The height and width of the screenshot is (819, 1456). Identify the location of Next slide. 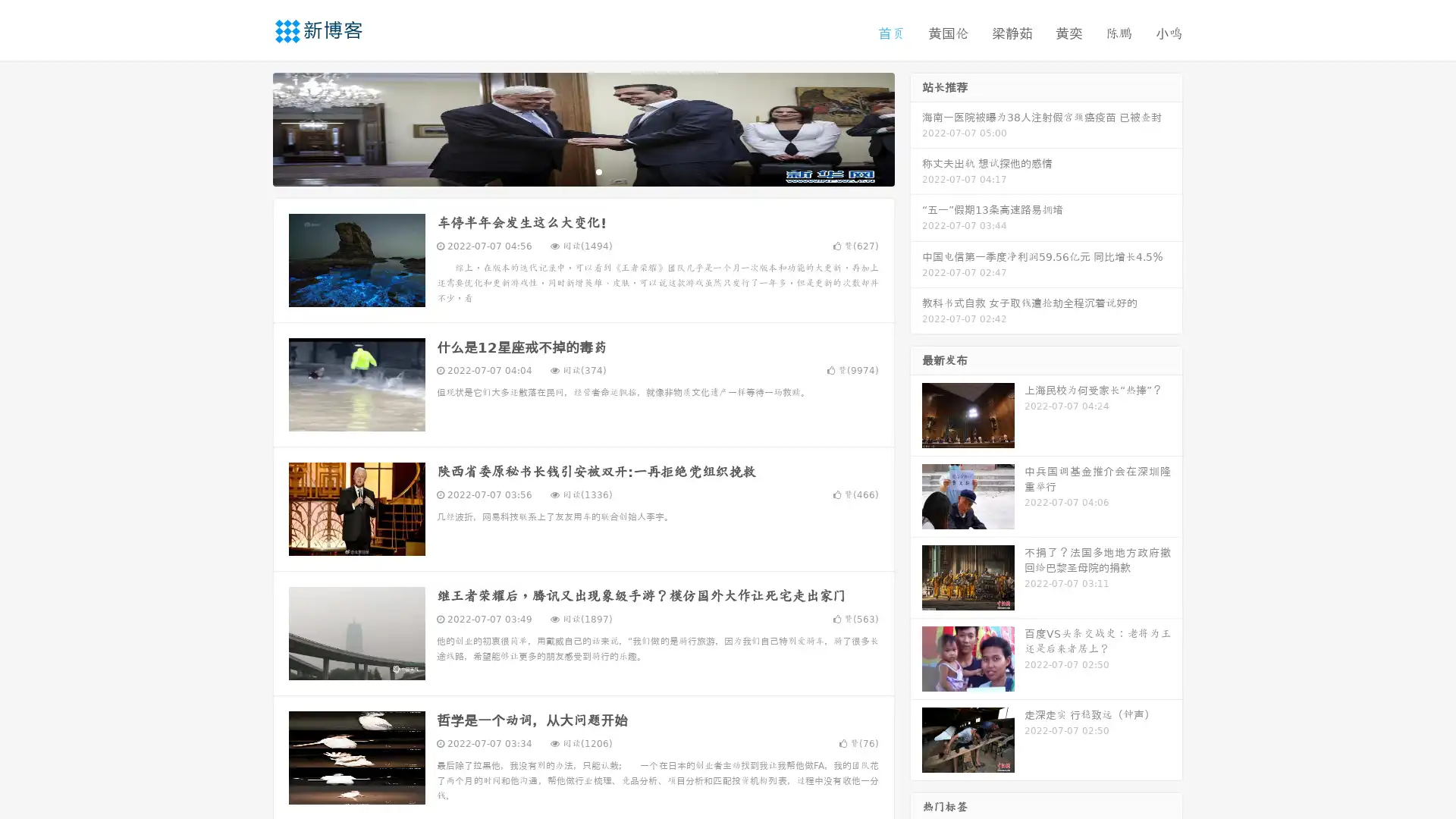
(916, 127).